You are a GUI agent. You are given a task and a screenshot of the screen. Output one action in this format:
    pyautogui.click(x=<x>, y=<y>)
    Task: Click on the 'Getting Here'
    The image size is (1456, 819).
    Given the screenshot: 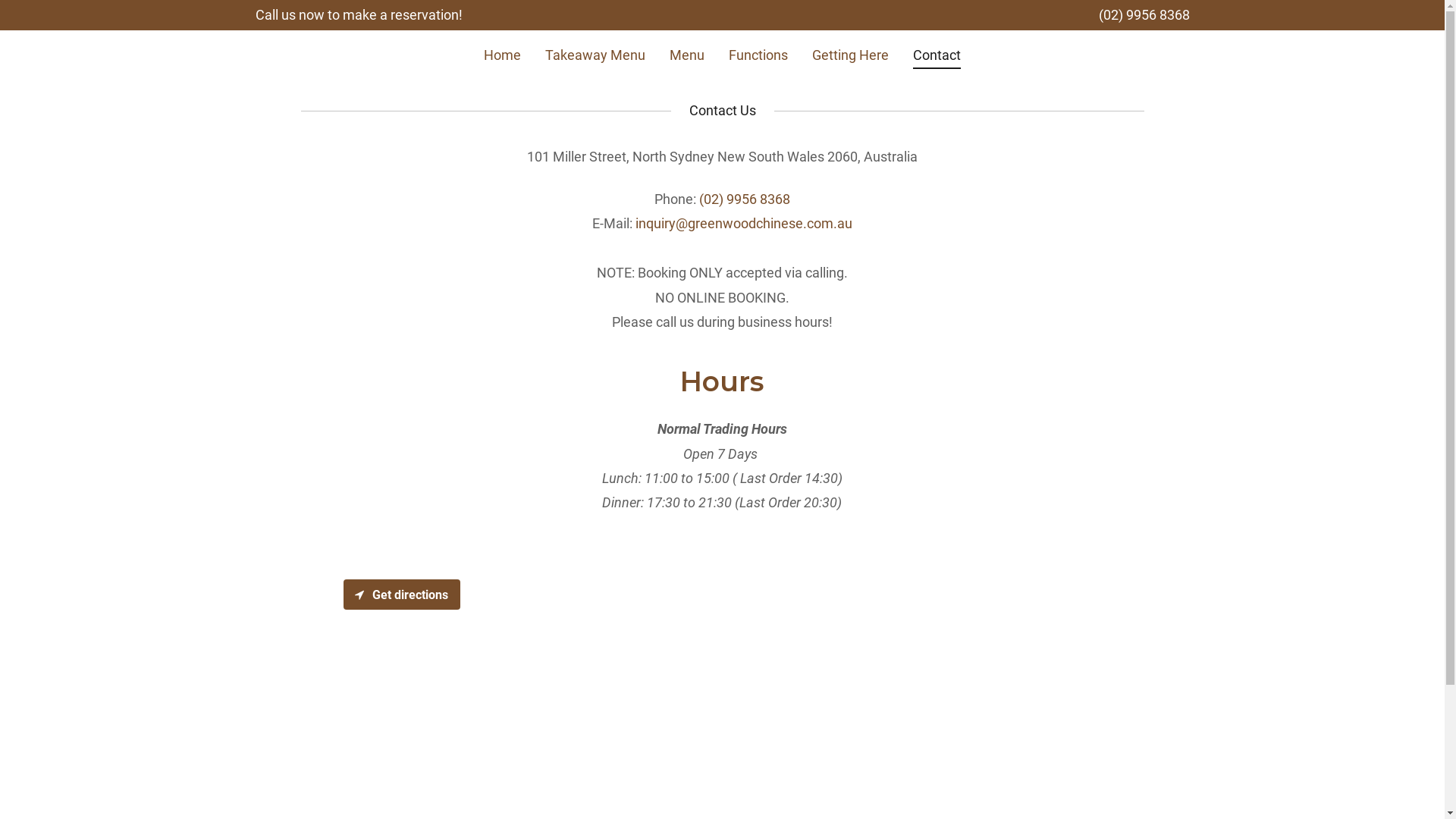 What is the action you would take?
    pyautogui.click(x=807, y=54)
    